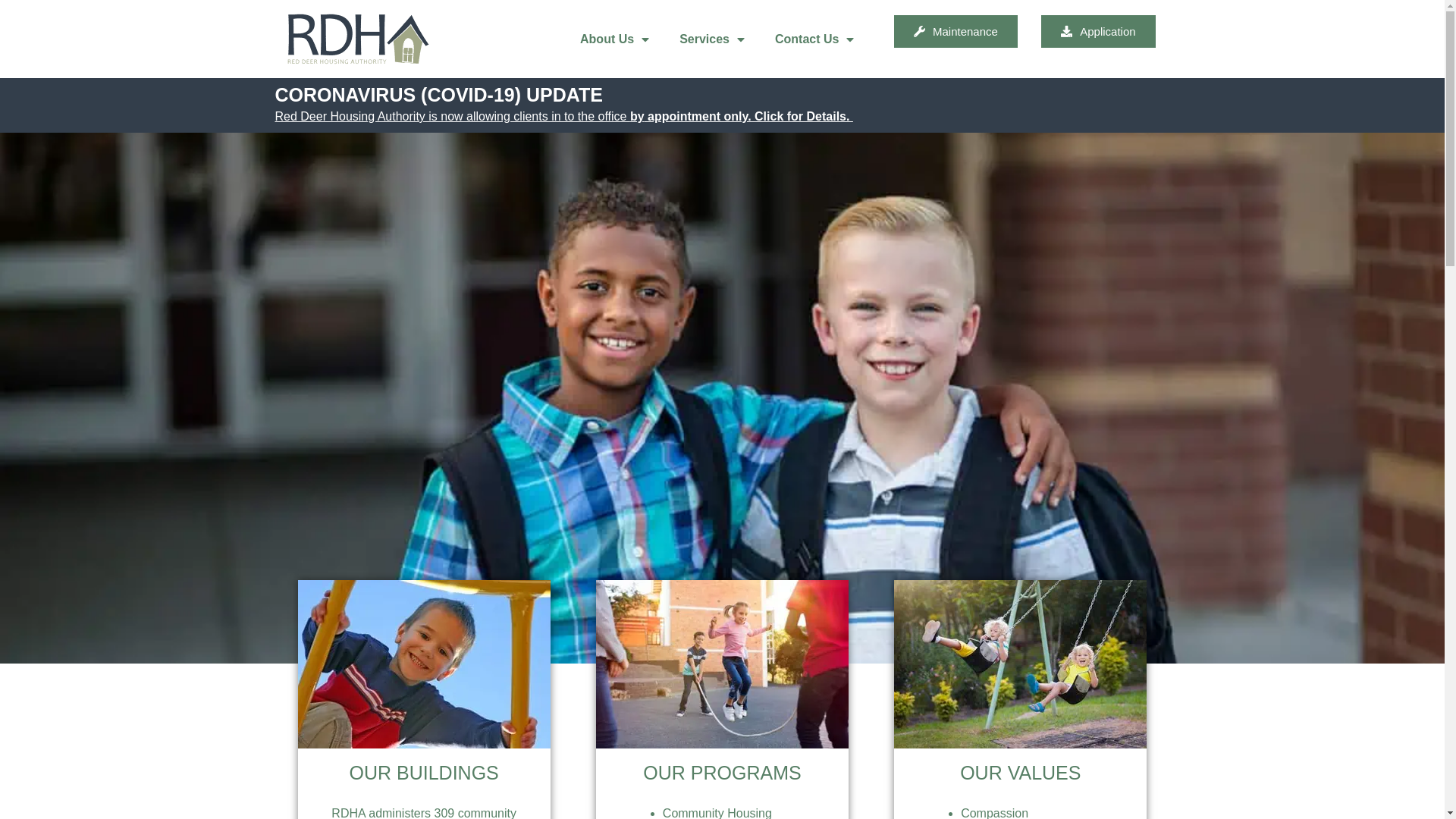  What do you see at coordinates (282, 37) in the screenshot?
I see `'RDHA logo'` at bounding box center [282, 37].